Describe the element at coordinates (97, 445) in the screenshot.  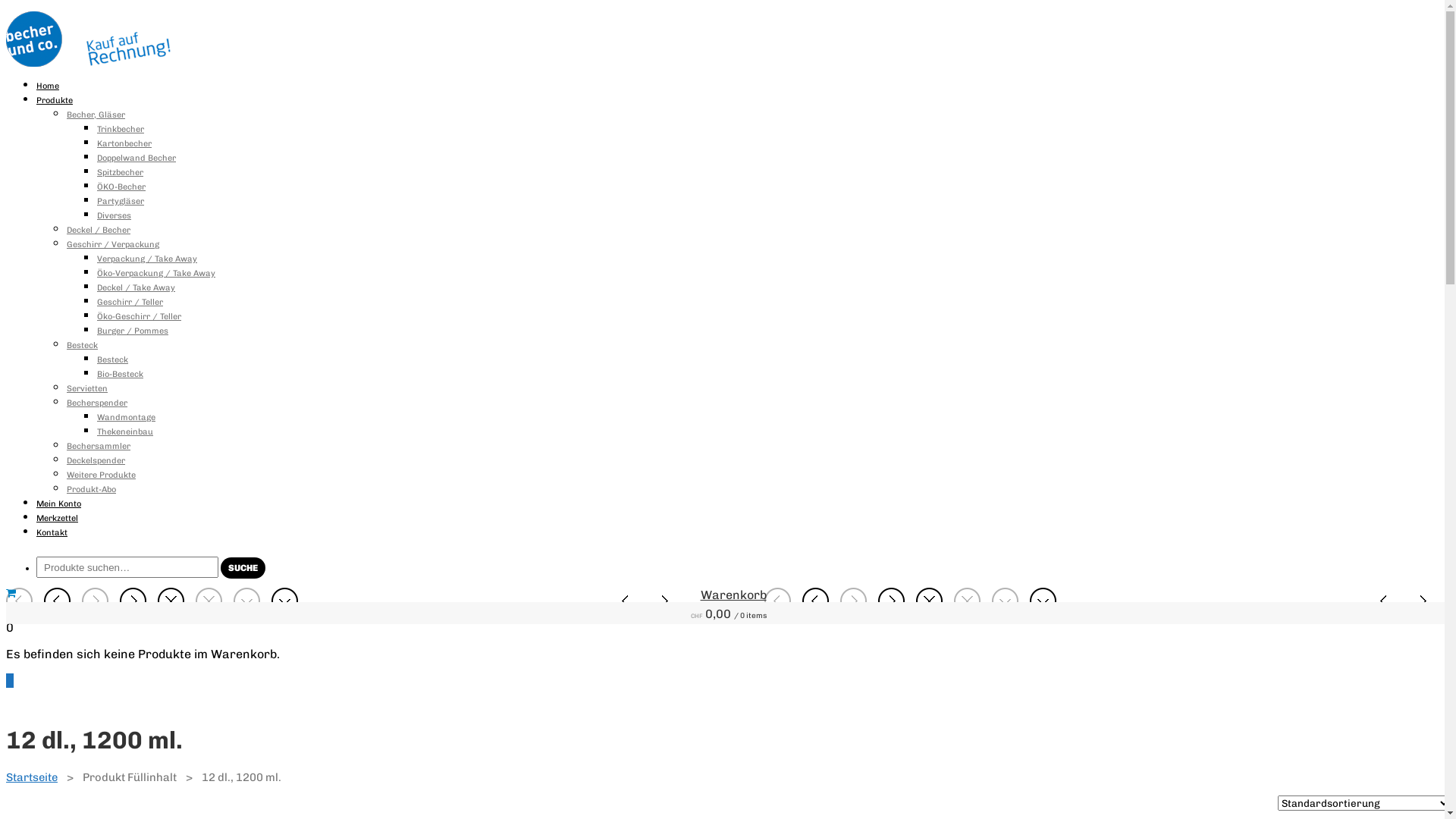
I see `'Bechersammler'` at that location.